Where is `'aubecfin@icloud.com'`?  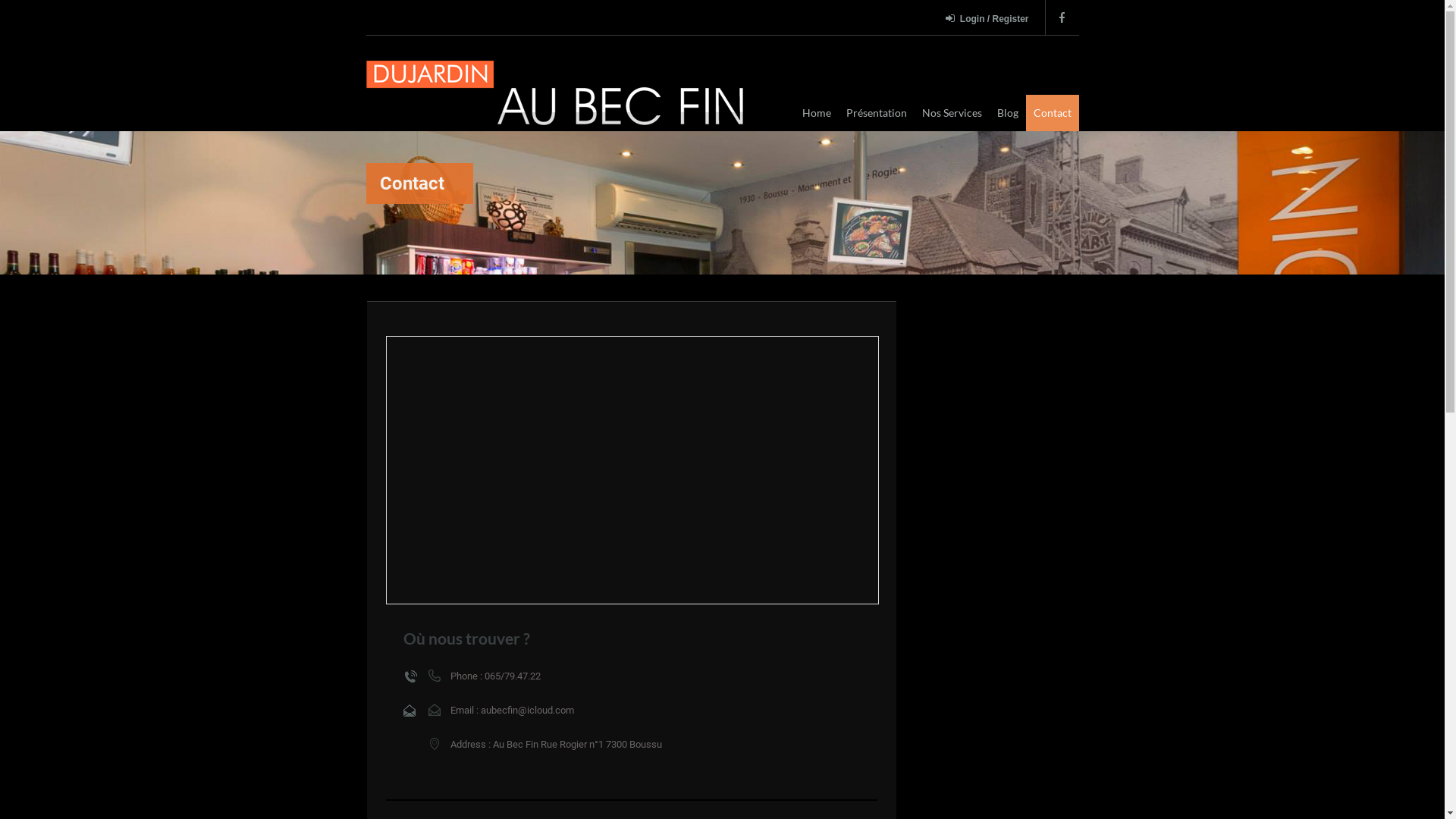 'aubecfin@icloud.com' is located at coordinates (479, 710).